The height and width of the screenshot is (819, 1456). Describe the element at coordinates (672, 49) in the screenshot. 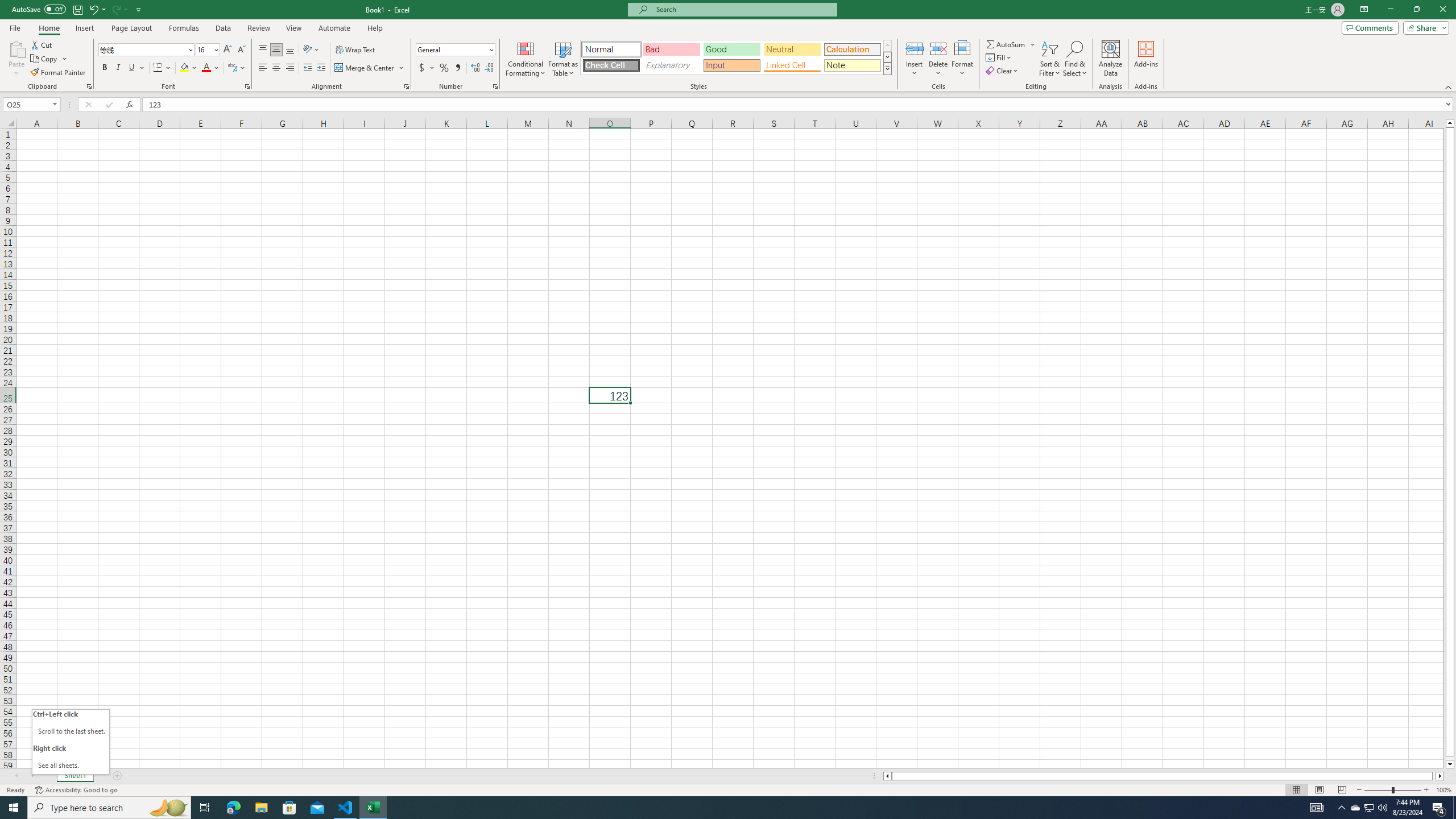

I see `'Bad'` at that location.